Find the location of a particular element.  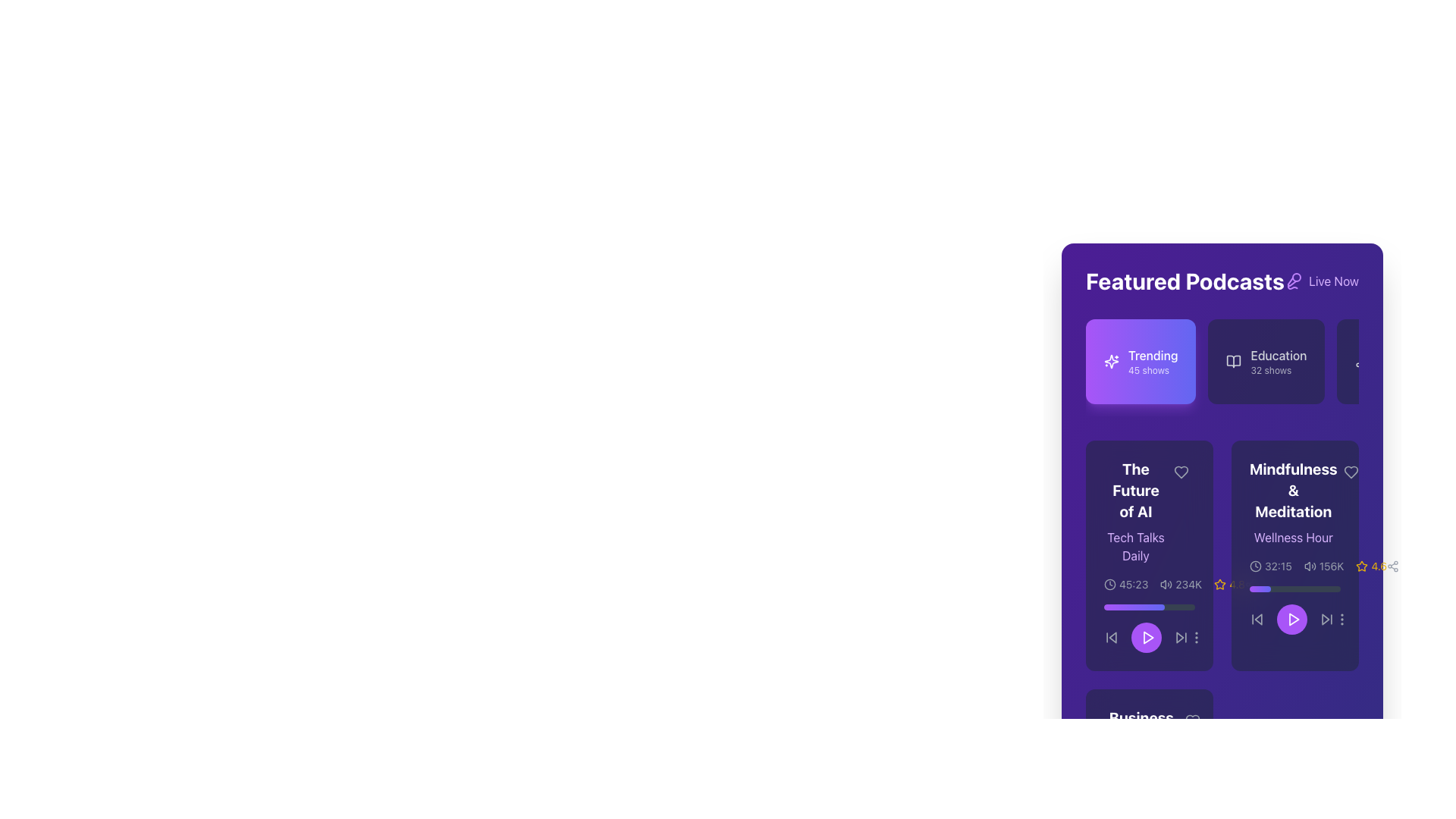

on the heart-shaped icon with a purple fill located in the top-right corner of the card displaying 'The Future of AI' for additional context or actions is located at coordinates (1181, 472).